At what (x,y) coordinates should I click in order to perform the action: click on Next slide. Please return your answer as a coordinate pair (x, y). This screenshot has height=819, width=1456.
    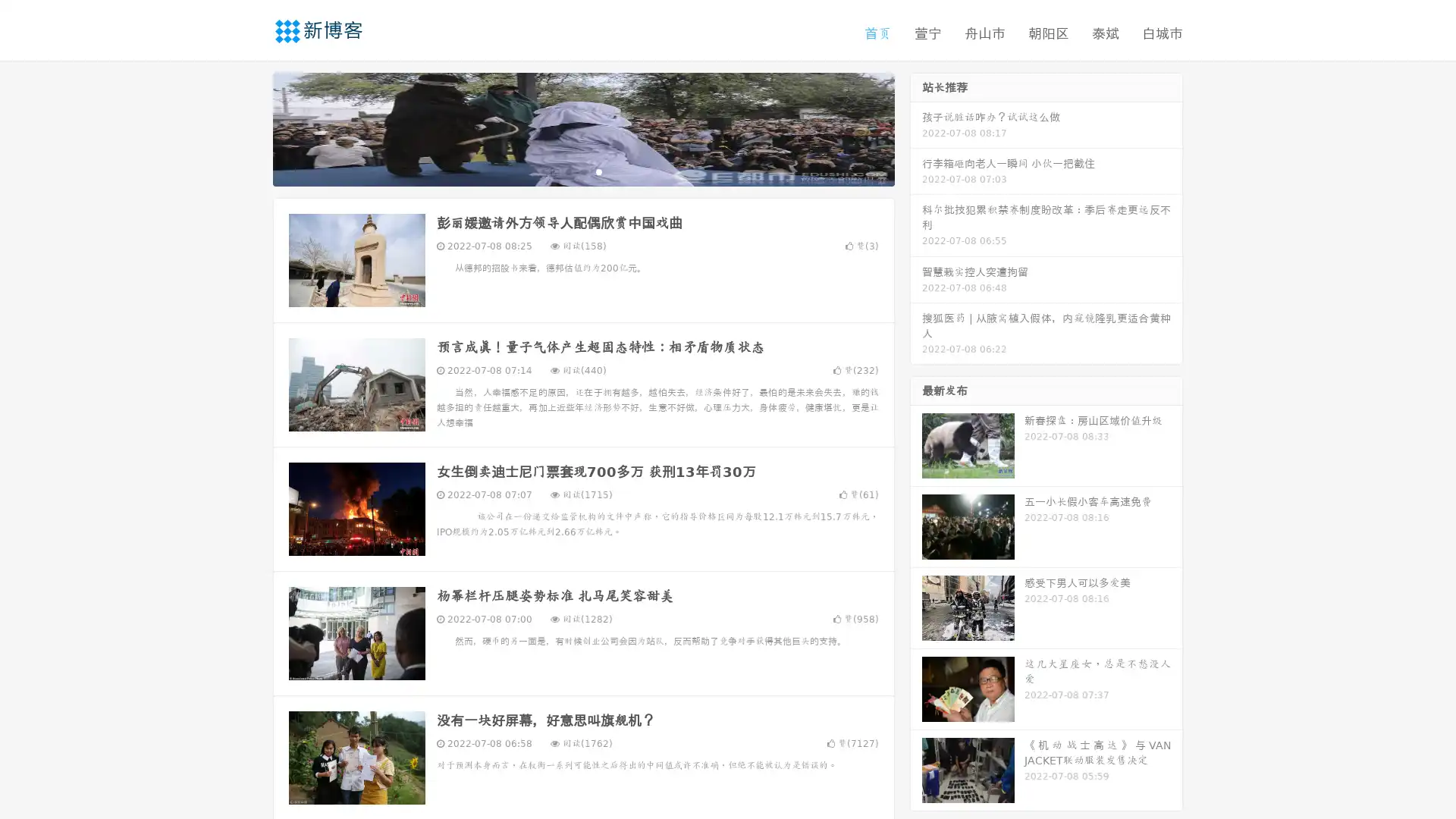
    Looking at the image, I should click on (916, 127).